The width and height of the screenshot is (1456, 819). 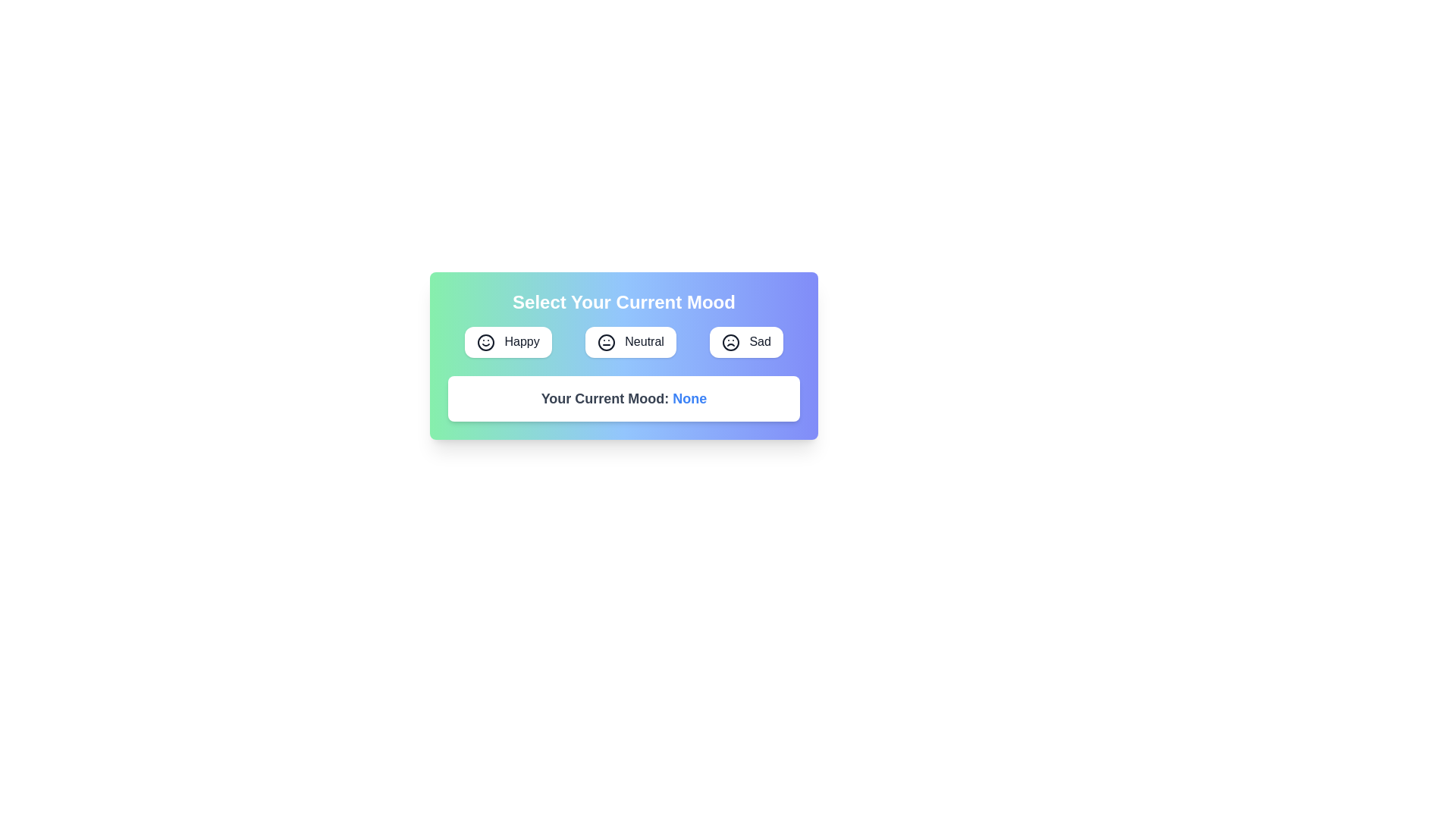 What do you see at coordinates (746, 342) in the screenshot?
I see `the 'Sad' button located in the bottom right of the mood selection section to change its appearance` at bounding box center [746, 342].